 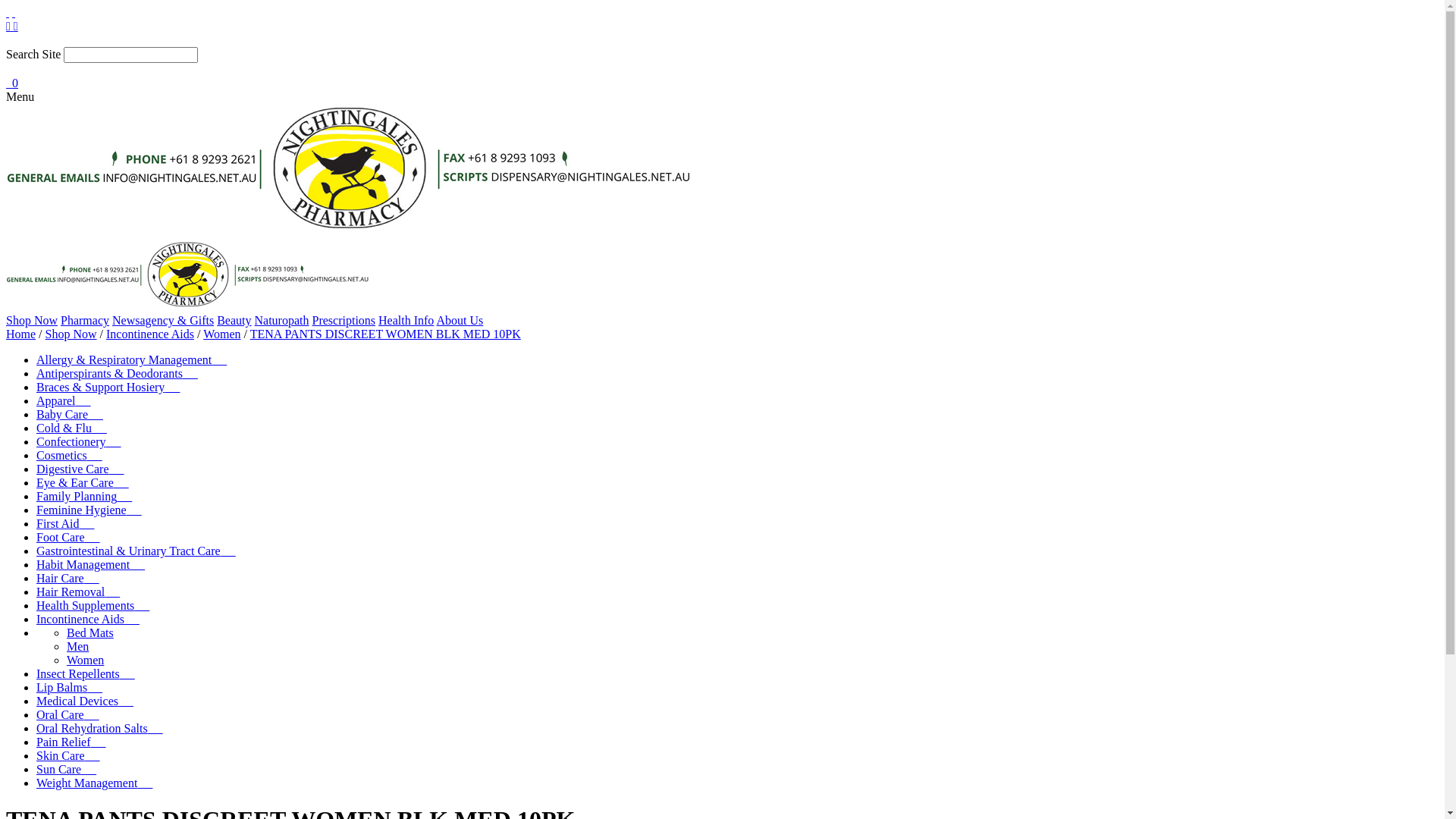 What do you see at coordinates (36, 373) in the screenshot?
I see `'Antiperspirants & Deodorants     '` at bounding box center [36, 373].